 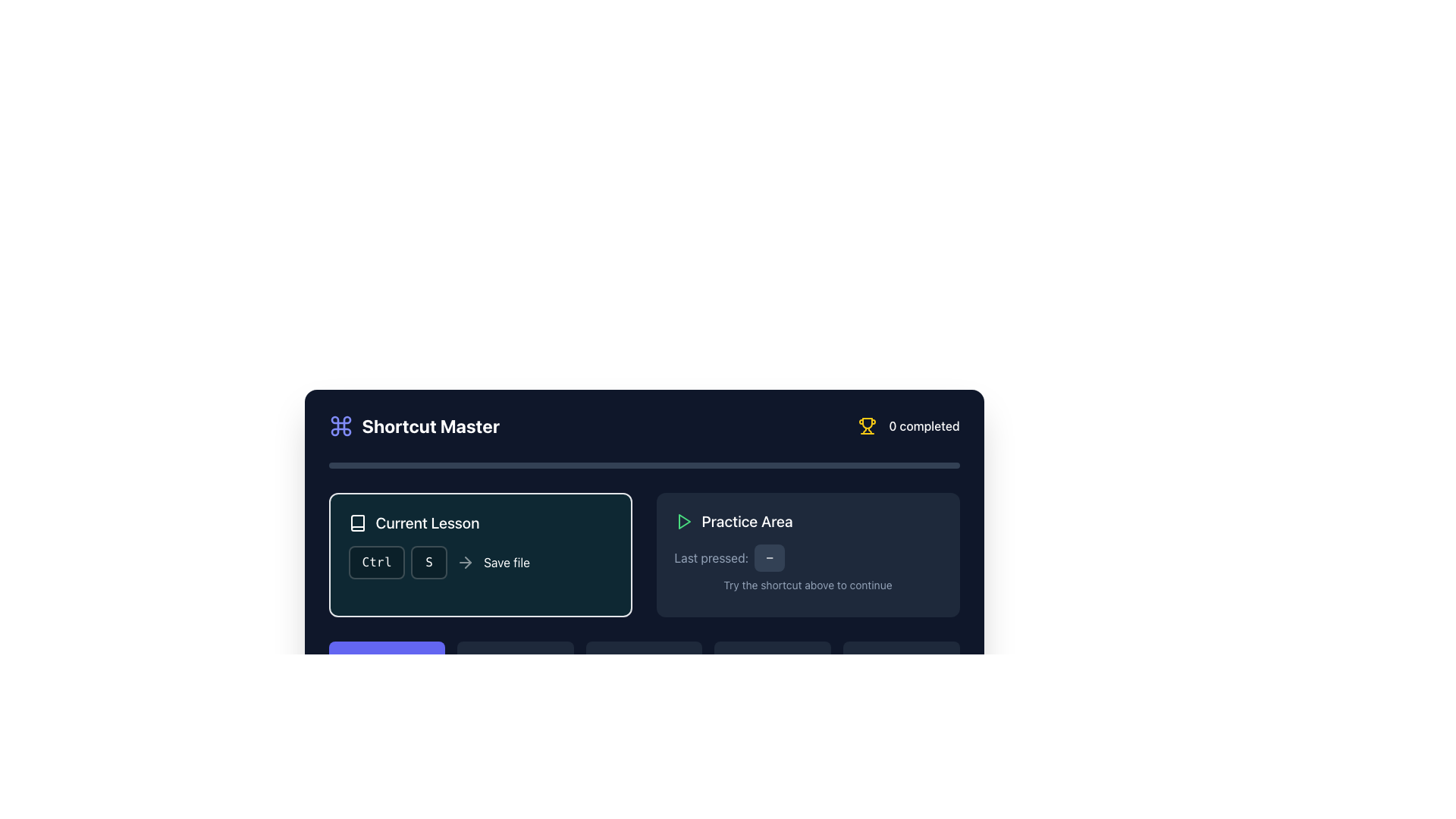 What do you see at coordinates (465, 562) in the screenshot?
I see `the icon located in the 'Current Lesson' section, positioned immediately to the right of the 'S' button and directly left of the 'Save file' text` at bounding box center [465, 562].